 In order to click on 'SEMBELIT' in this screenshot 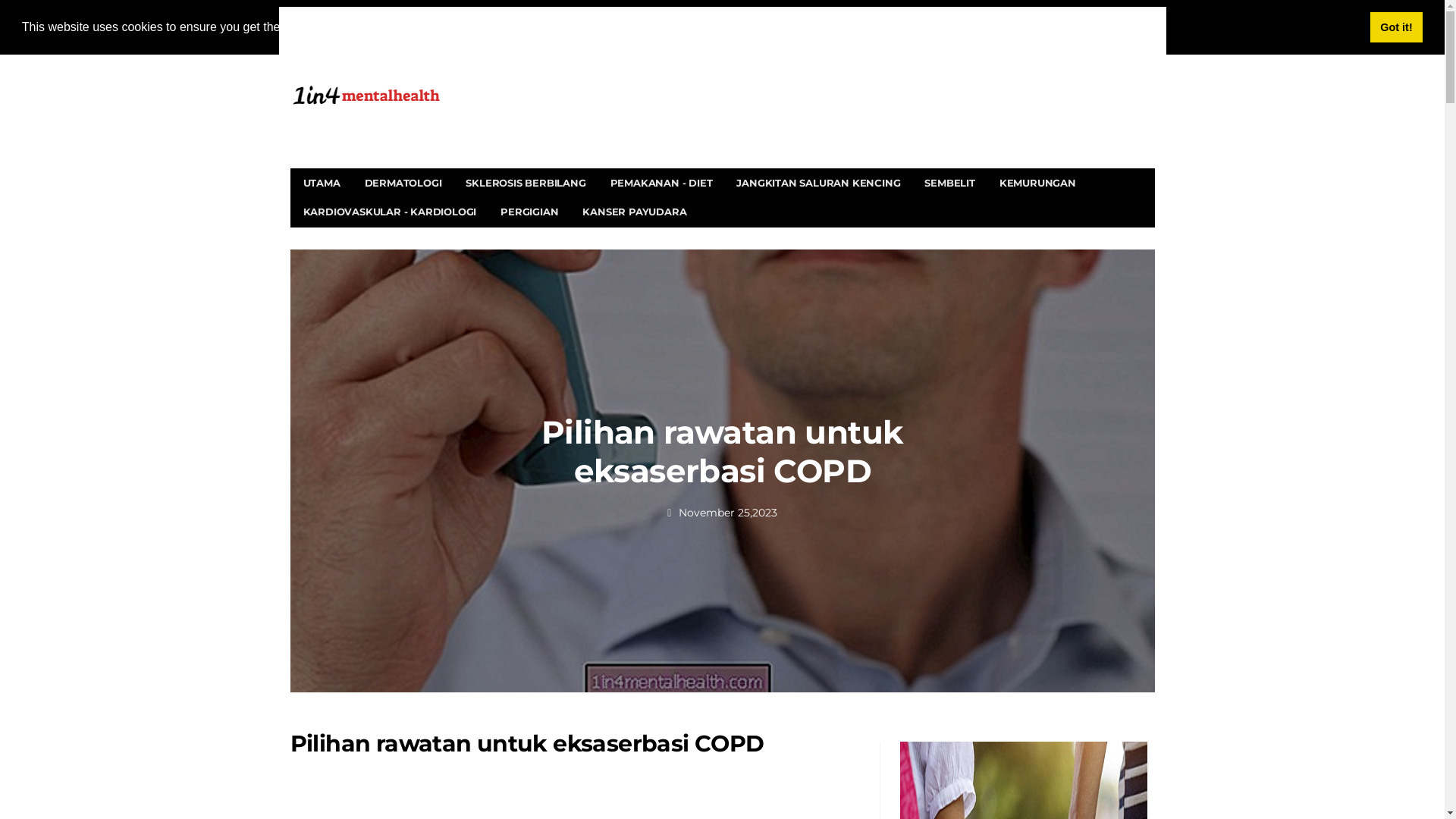, I will do `click(949, 181)`.